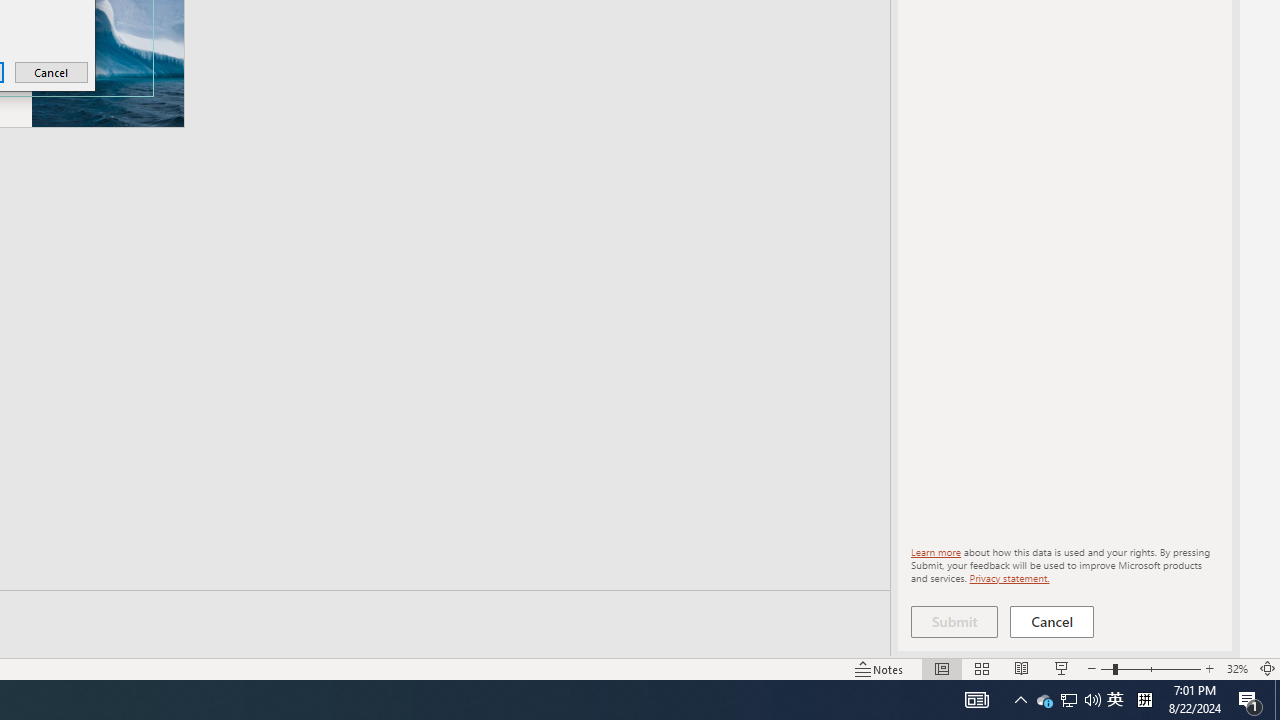 The width and height of the screenshot is (1280, 720). Describe the element at coordinates (953, 621) in the screenshot. I see `'Submit'` at that location.